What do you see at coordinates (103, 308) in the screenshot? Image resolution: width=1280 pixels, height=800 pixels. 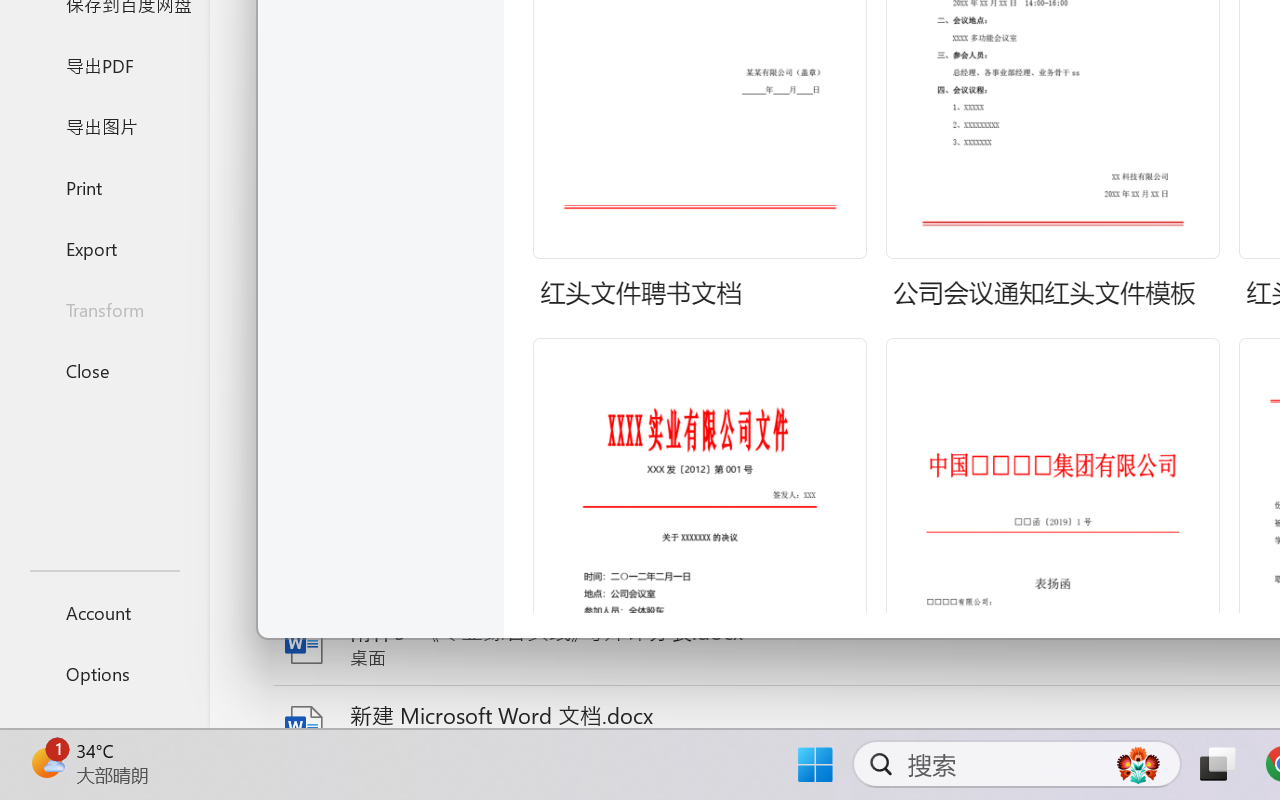 I see `'Transform'` at bounding box center [103, 308].